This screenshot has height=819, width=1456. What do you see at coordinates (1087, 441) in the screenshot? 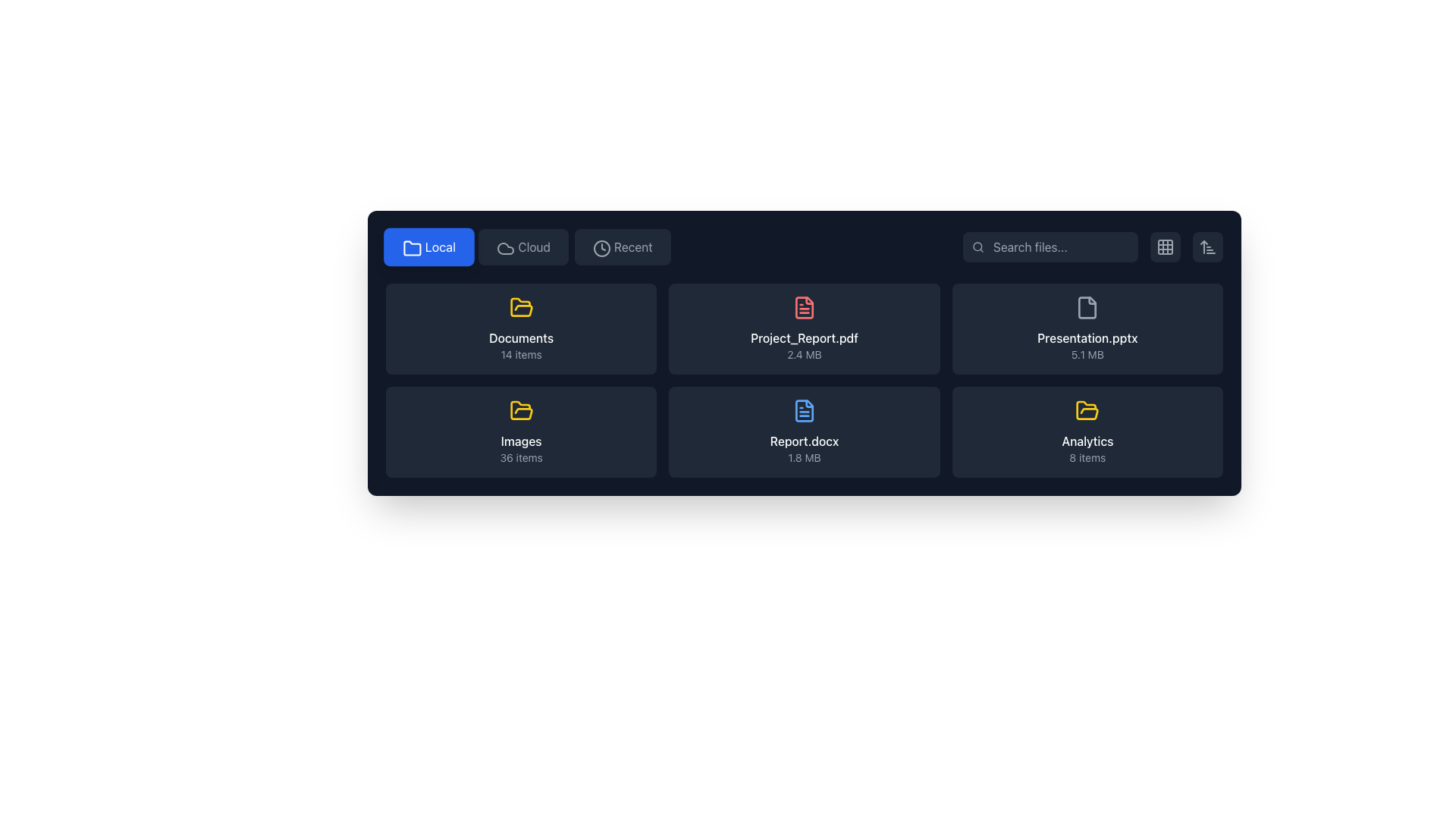
I see `the Text label that identifies the 'Analytics' folder in the lower-right section of the grid layout` at bounding box center [1087, 441].